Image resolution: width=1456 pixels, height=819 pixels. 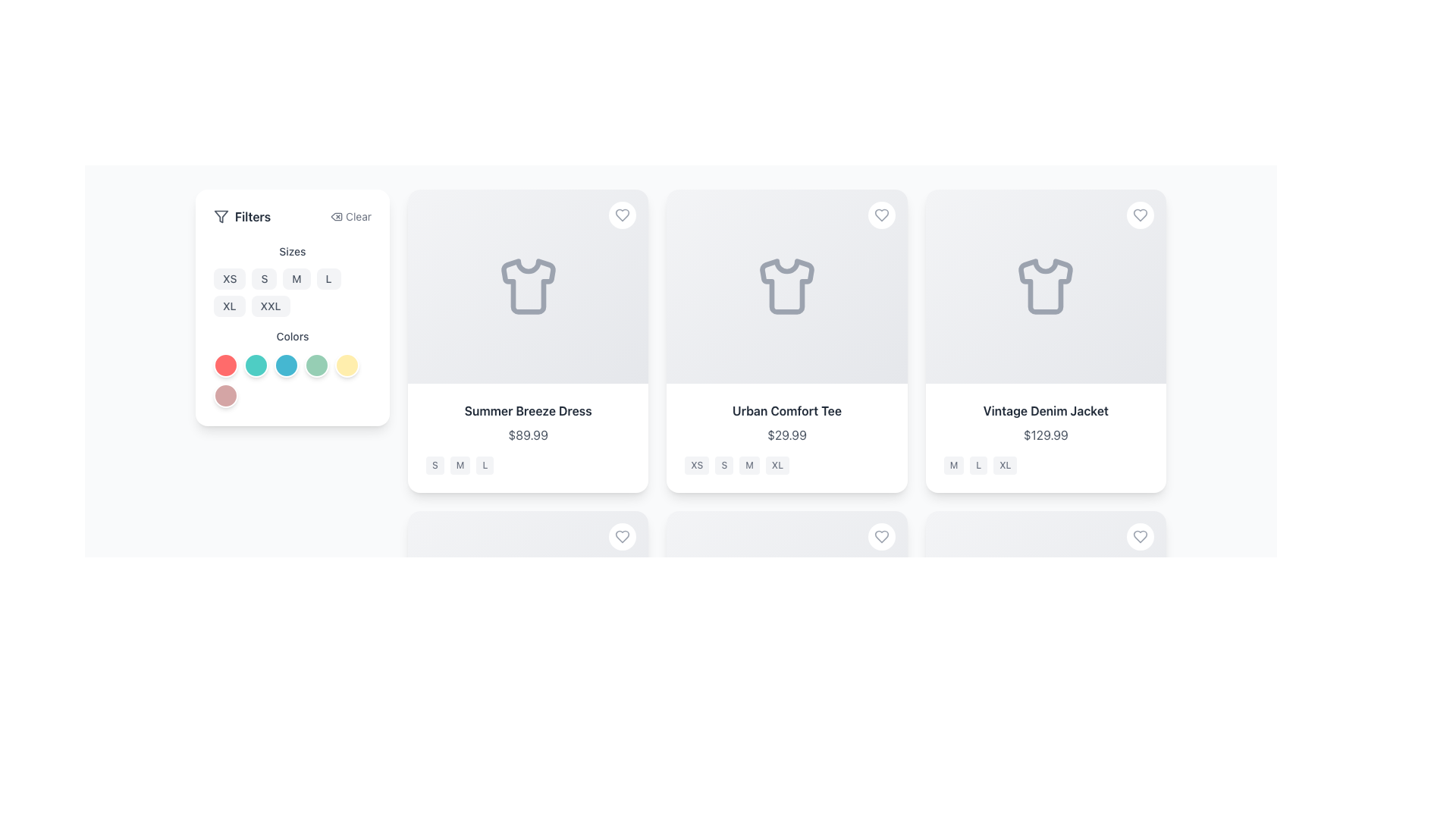 What do you see at coordinates (786, 435) in the screenshot?
I see `the text label displaying the price "$29.99" located beneath the product name "Urban Comfort Tee" in the middle product card` at bounding box center [786, 435].